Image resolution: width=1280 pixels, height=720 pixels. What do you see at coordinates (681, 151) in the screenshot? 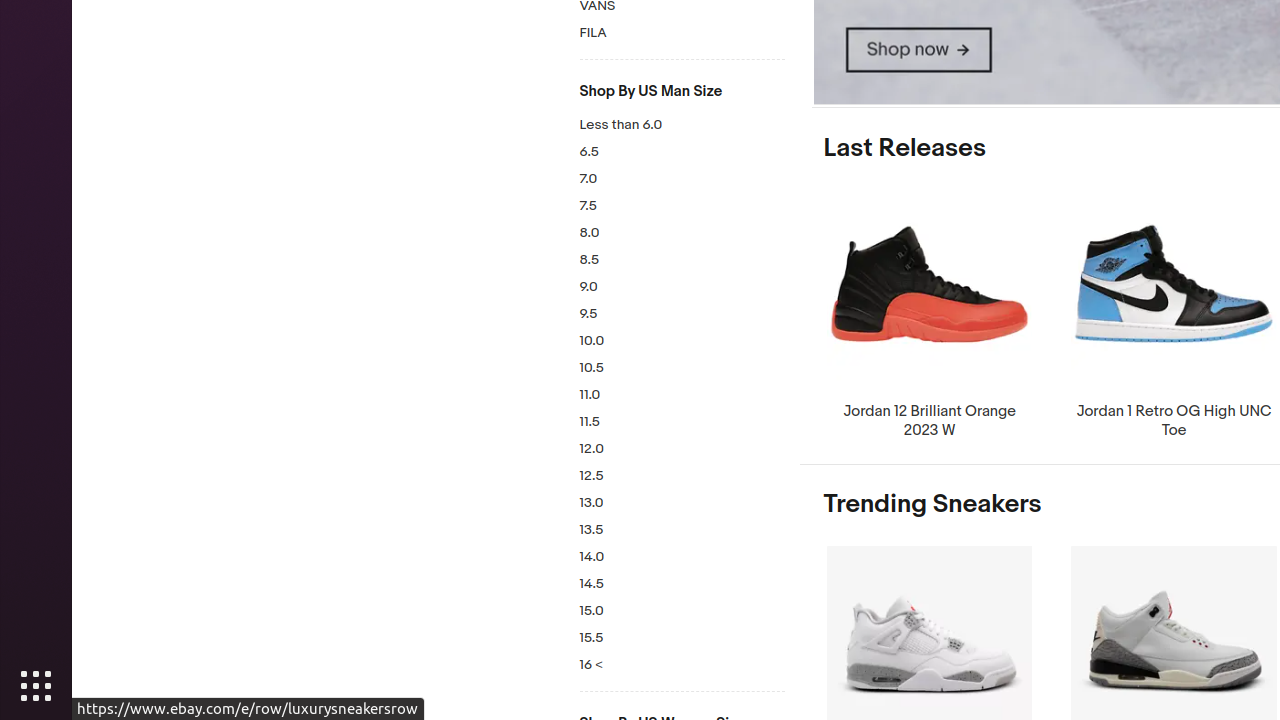
I see `'6.5'` at bounding box center [681, 151].